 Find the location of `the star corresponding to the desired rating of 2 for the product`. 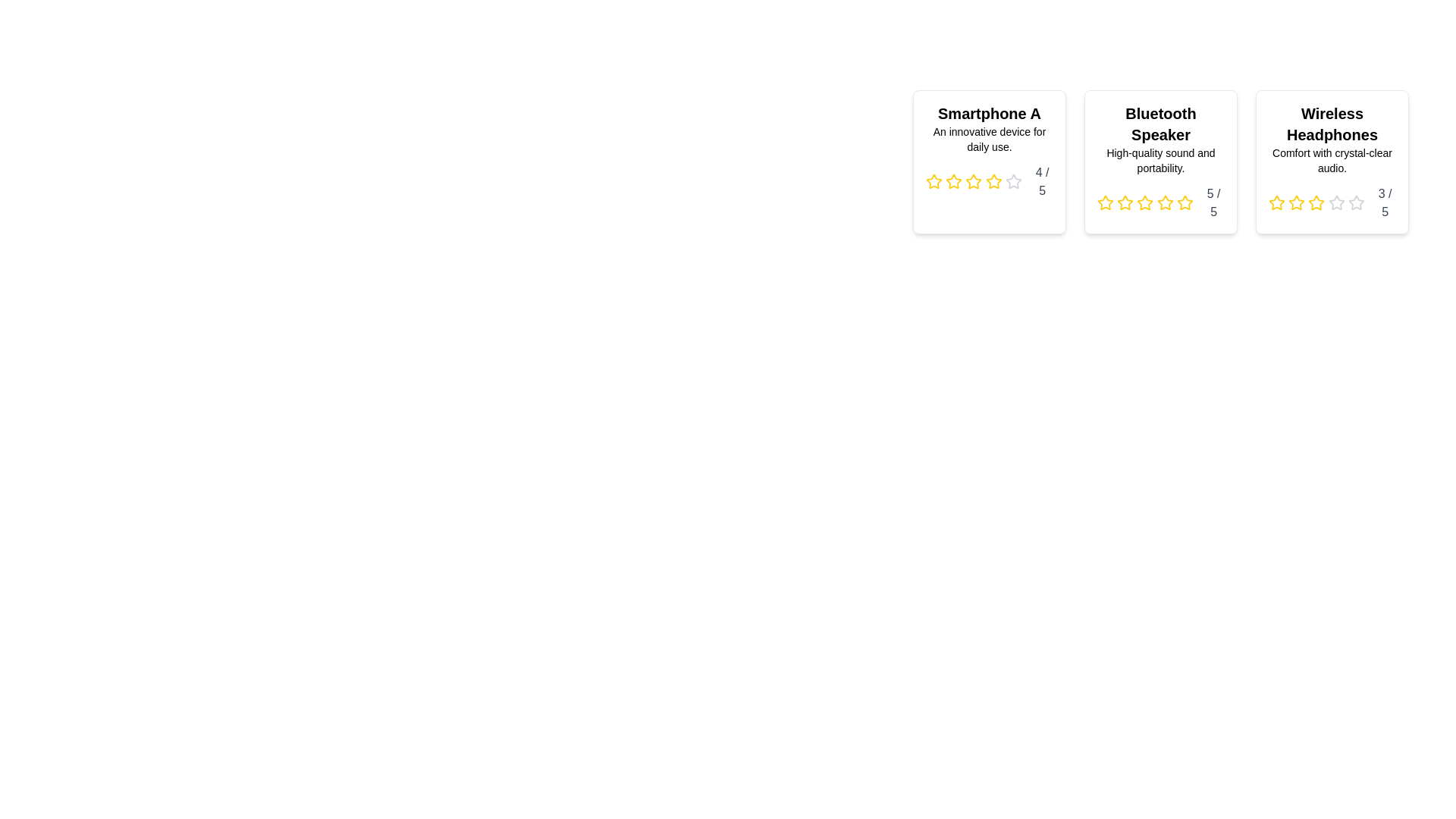

the star corresponding to the desired rating of 2 for the product is located at coordinates (953, 180).